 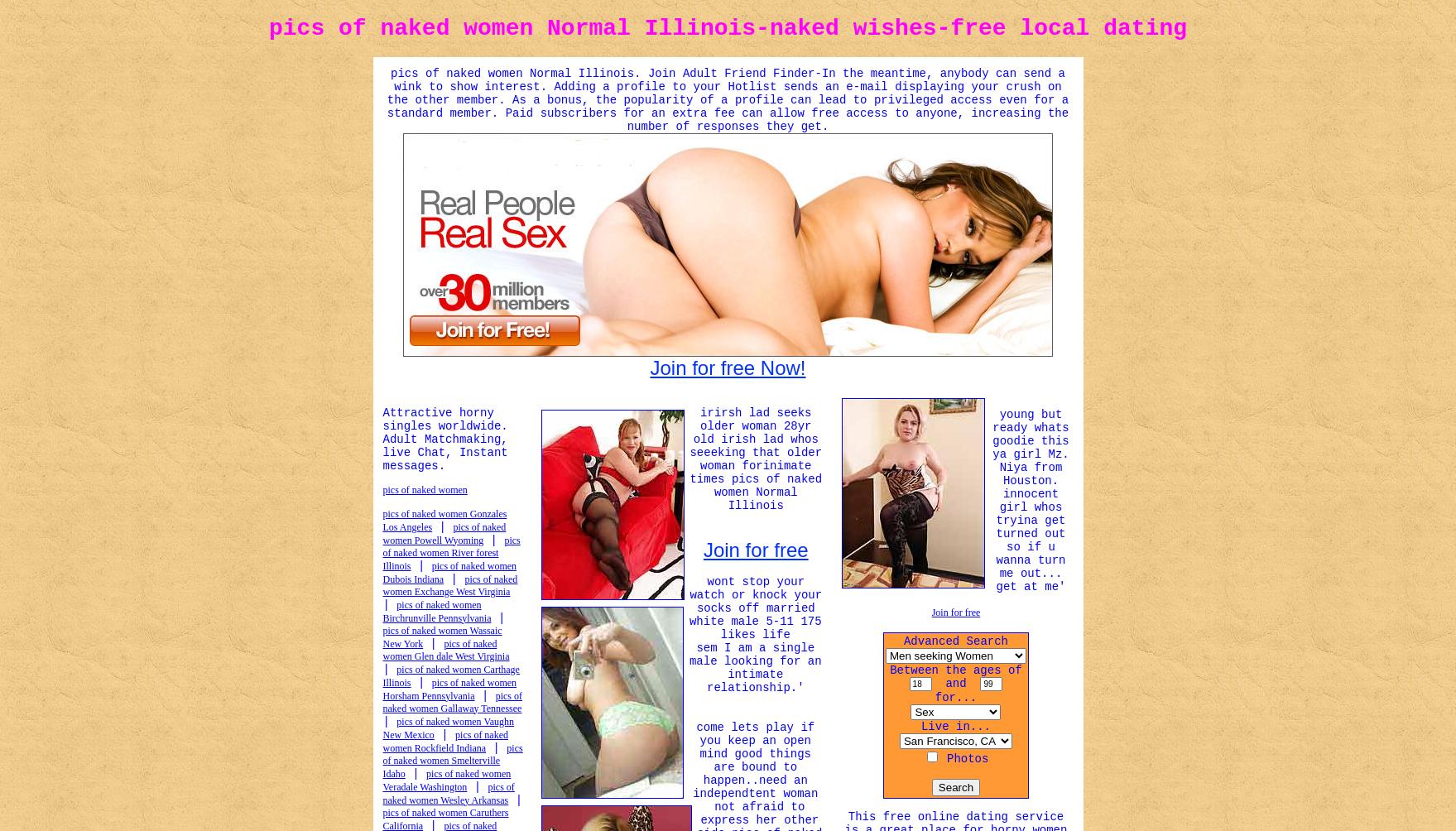 What do you see at coordinates (444, 739) in the screenshot?
I see `'pics of naked women Rockfield Indiana'` at bounding box center [444, 739].